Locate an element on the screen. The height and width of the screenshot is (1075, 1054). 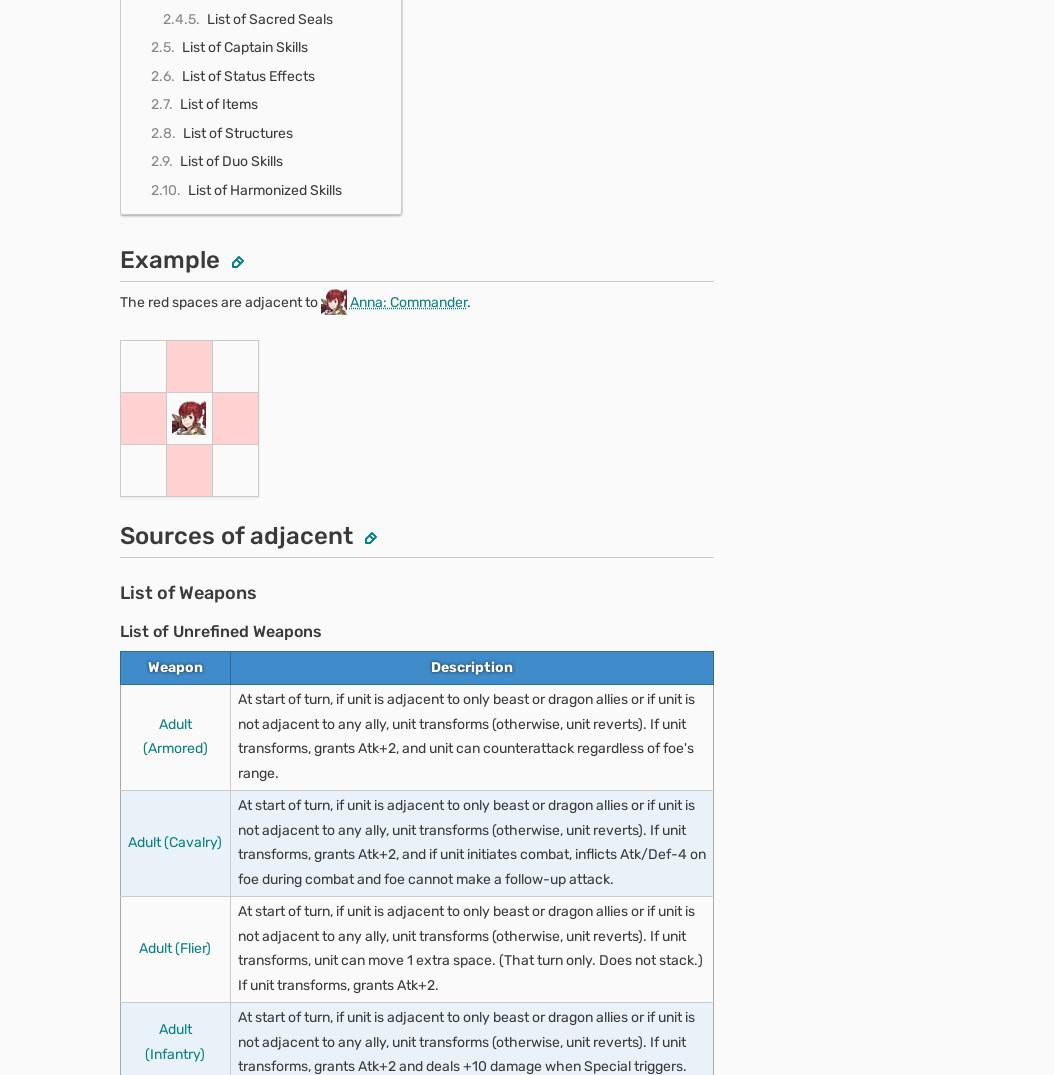
'Odd Def Wave 3' is located at coordinates (208, 991).